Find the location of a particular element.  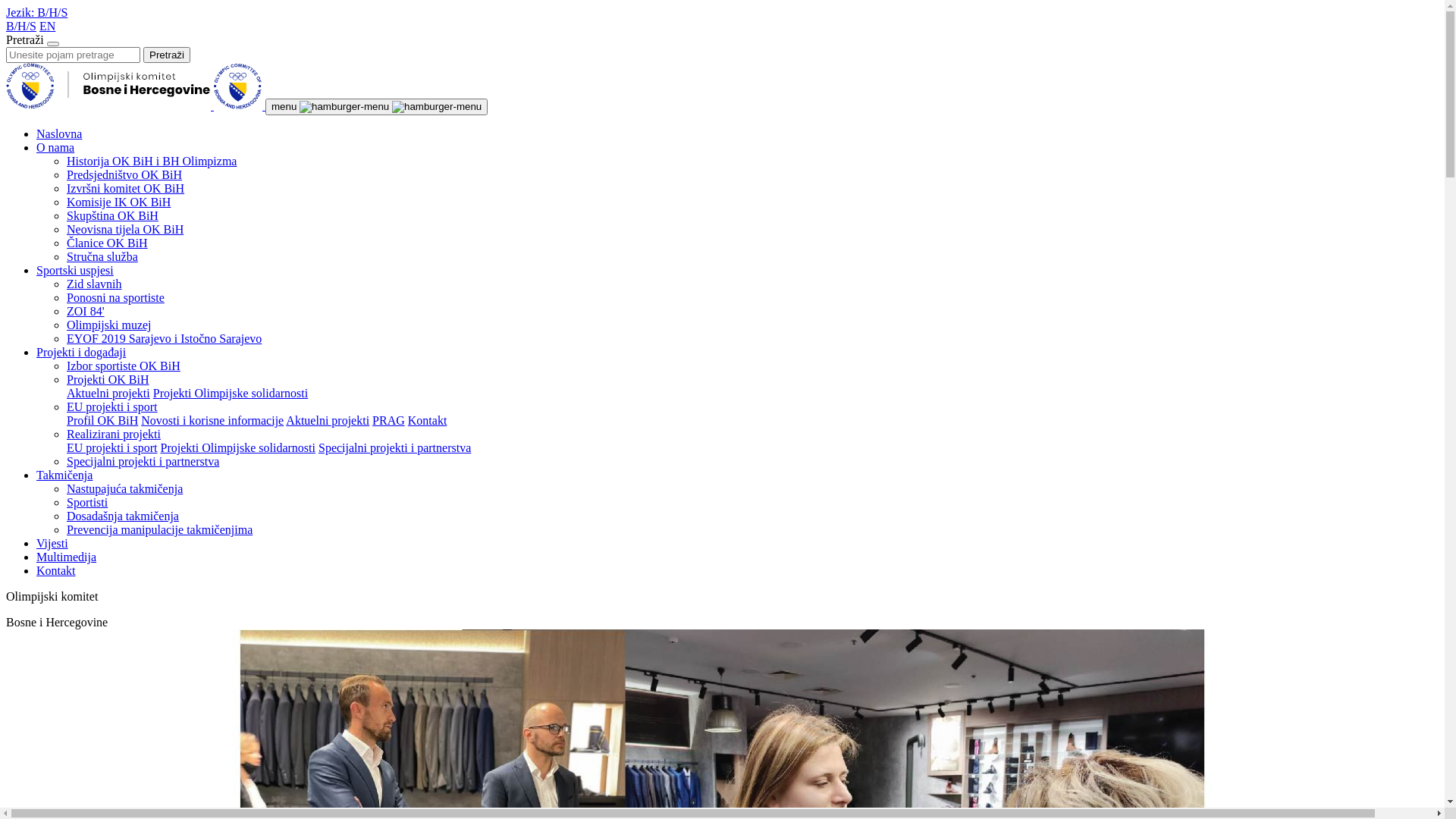

'Aktuelni projekti' is located at coordinates (108, 392).